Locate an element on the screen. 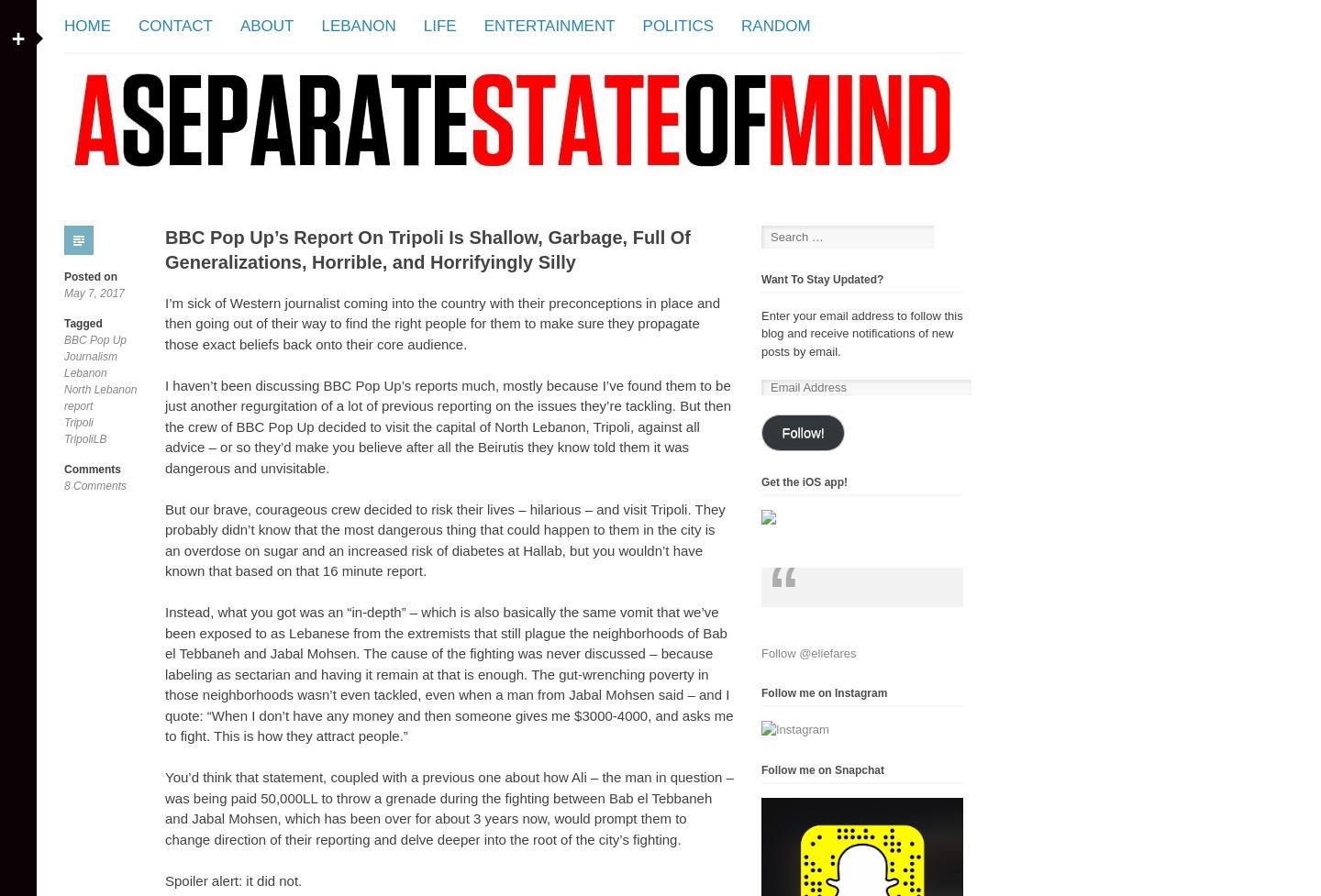  'Follow me on Snapchat' is located at coordinates (821, 769).